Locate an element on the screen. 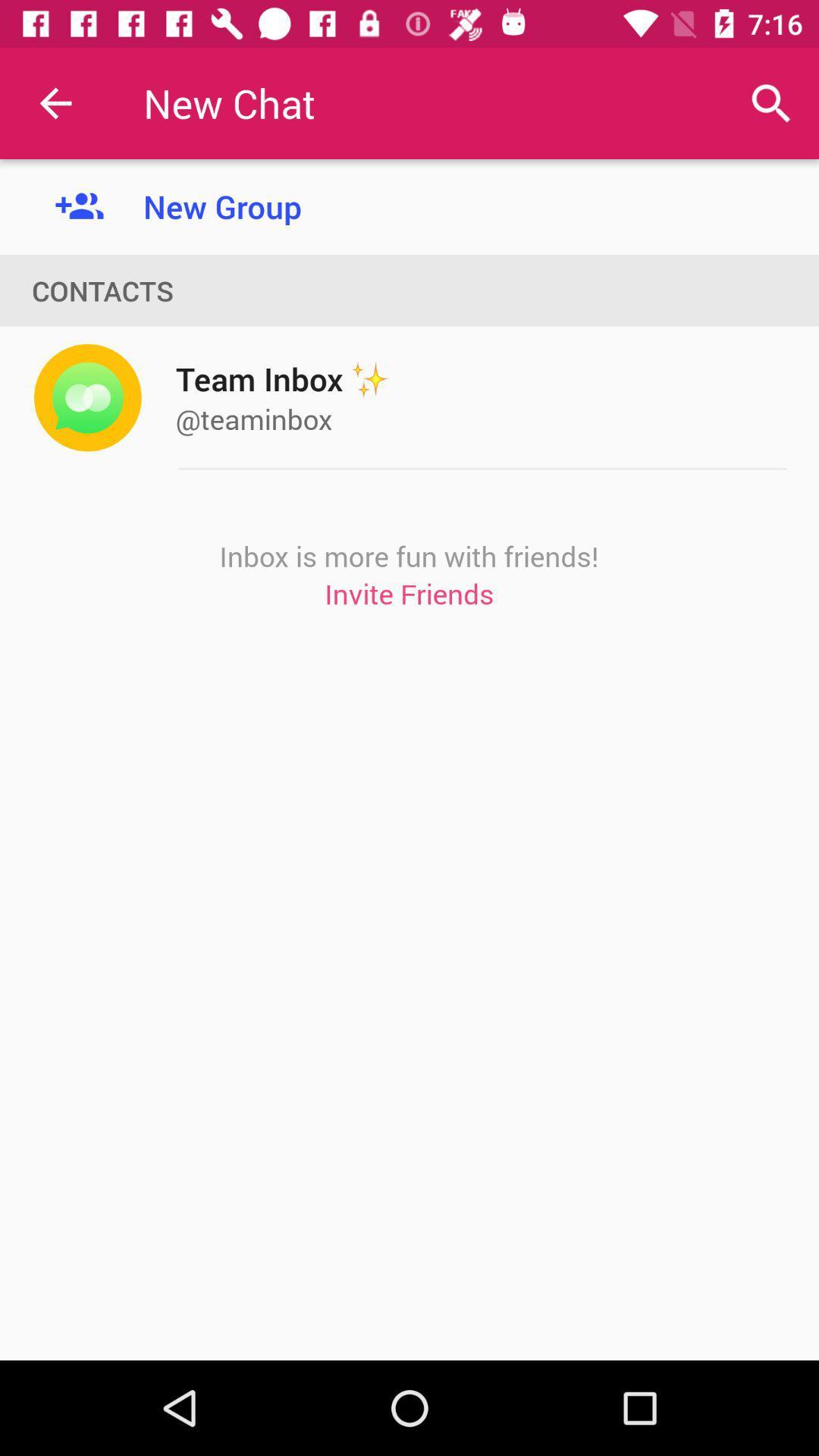 Image resolution: width=819 pixels, height=1456 pixels. the item to the left of the new group is located at coordinates (55, 102).